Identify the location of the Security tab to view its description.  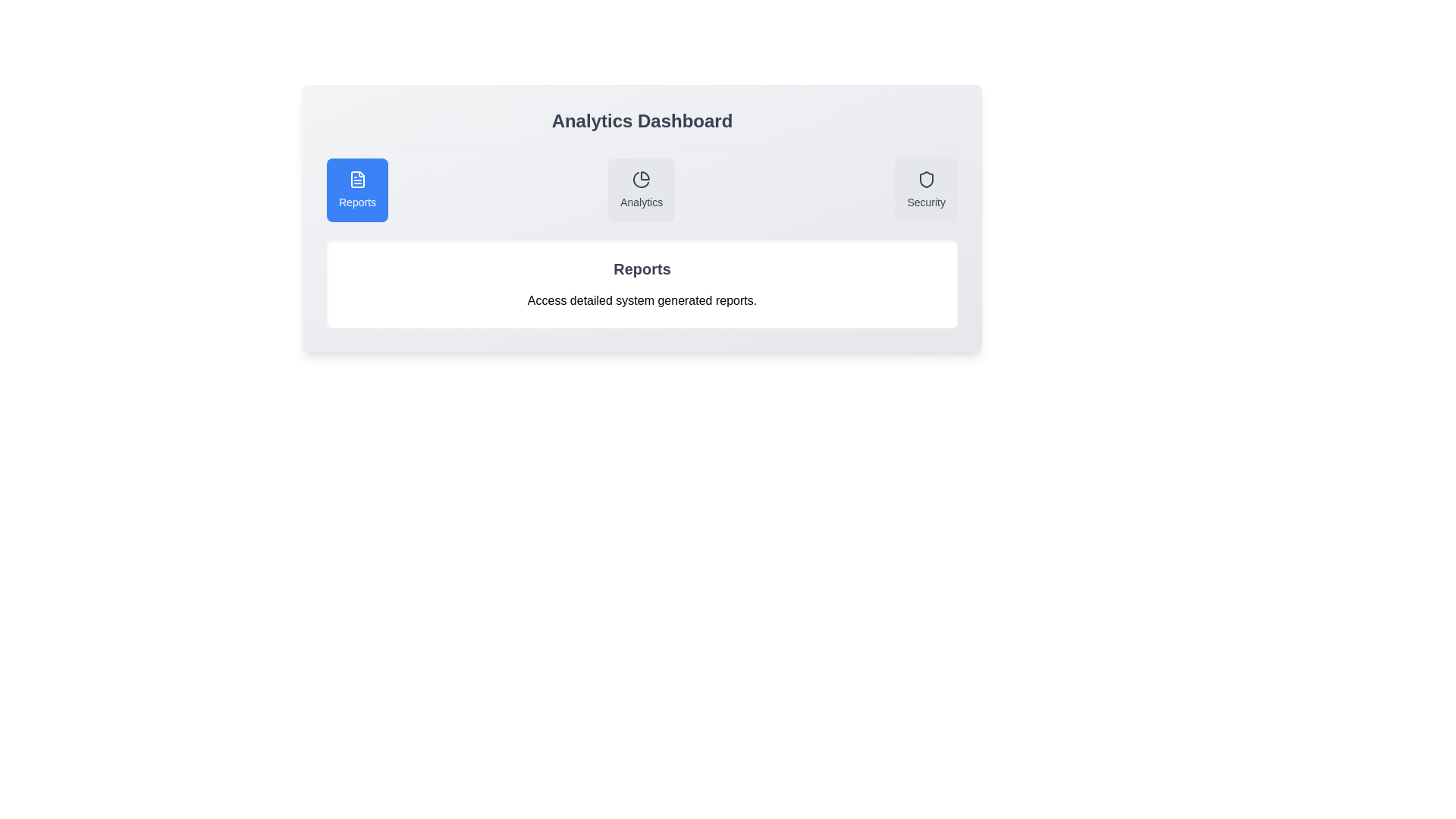
(925, 189).